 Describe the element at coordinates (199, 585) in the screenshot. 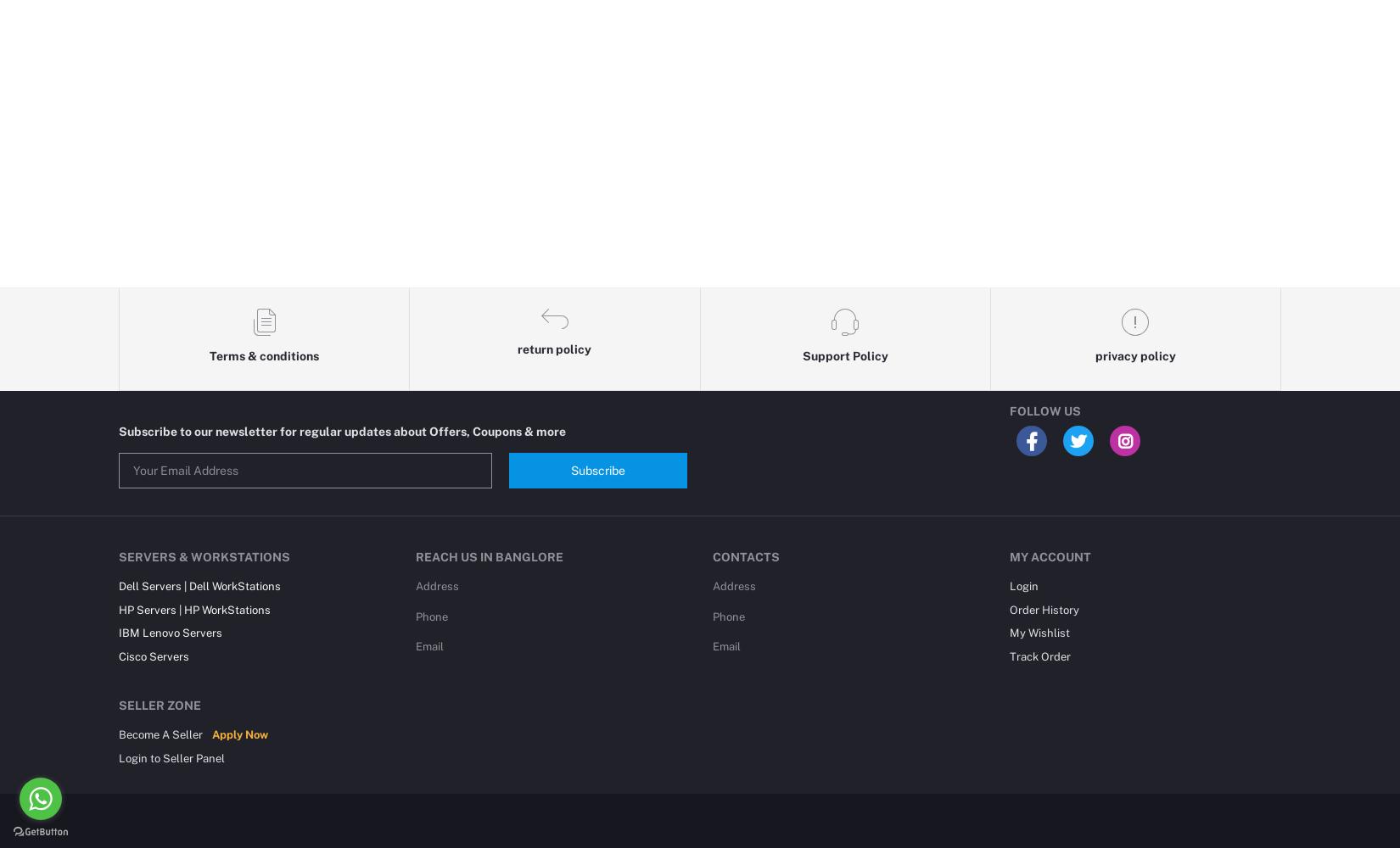

I see `'Dell Servers | Dell WorkStations'` at that location.